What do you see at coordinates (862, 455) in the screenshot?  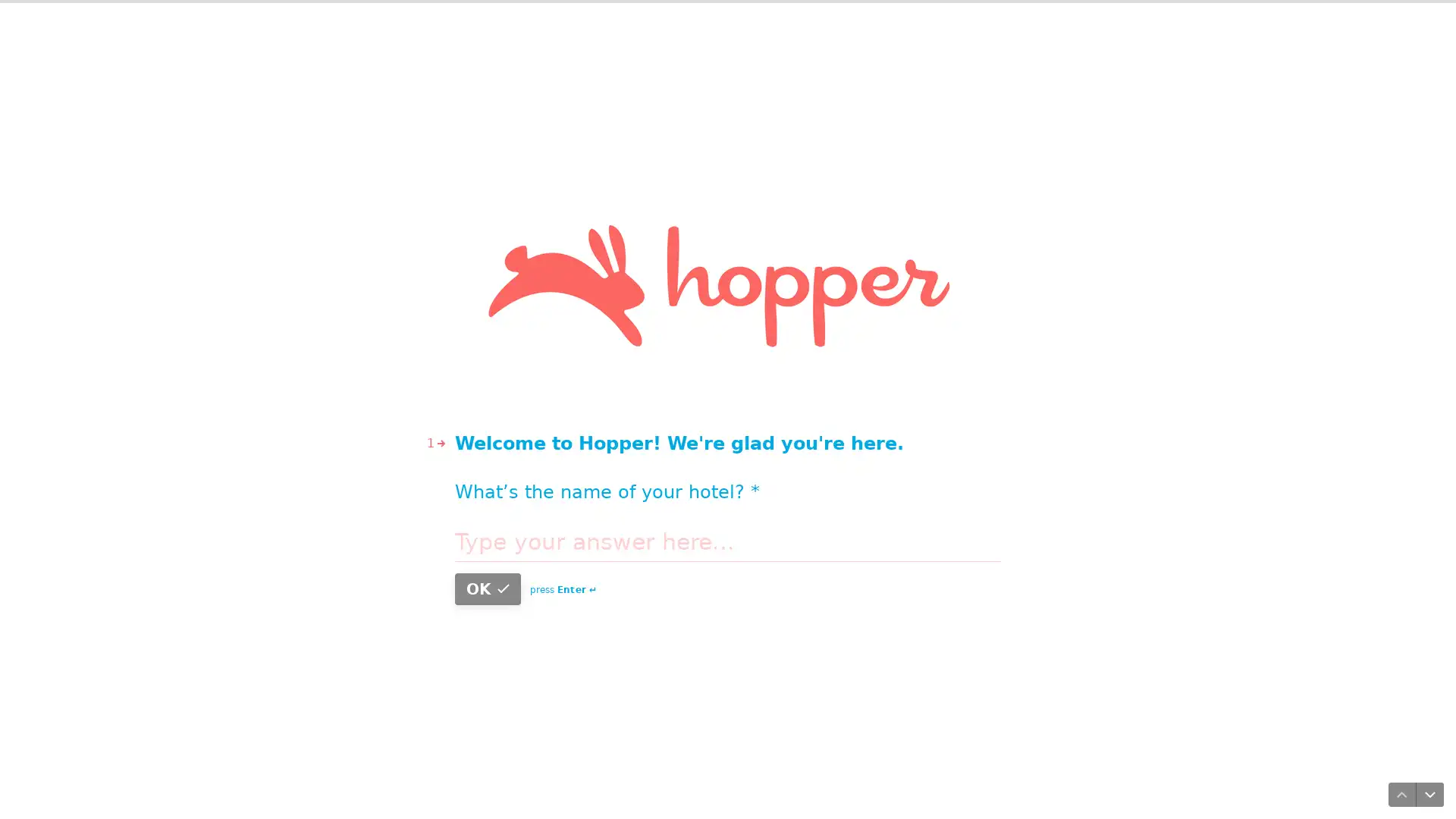 I see `OK` at bounding box center [862, 455].